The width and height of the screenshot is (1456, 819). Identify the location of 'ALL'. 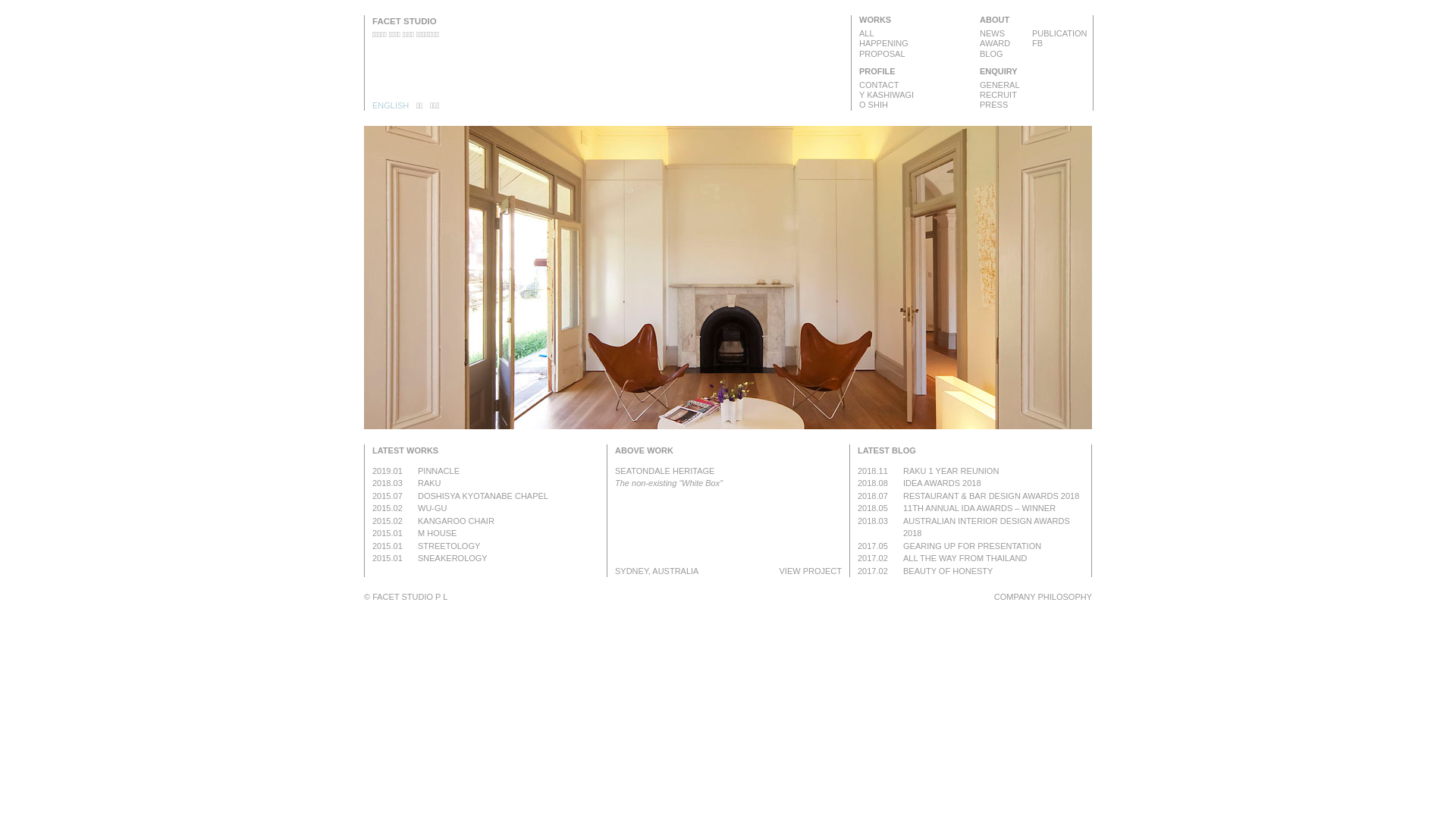
(915, 33).